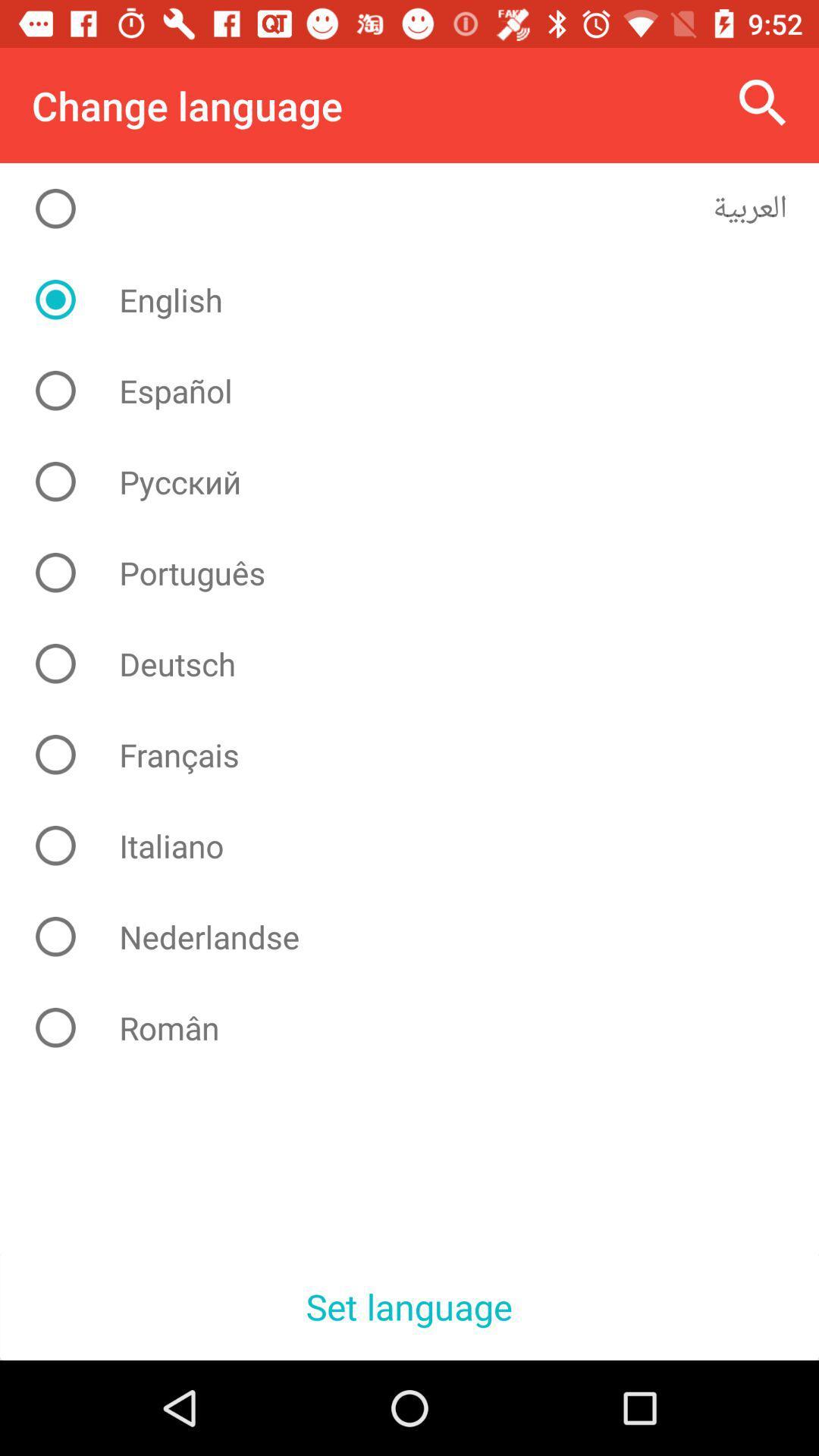 This screenshot has width=819, height=1456. What do you see at coordinates (421, 936) in the screenshot?
I see `icon below italiano` at bounding box center [421, 936].